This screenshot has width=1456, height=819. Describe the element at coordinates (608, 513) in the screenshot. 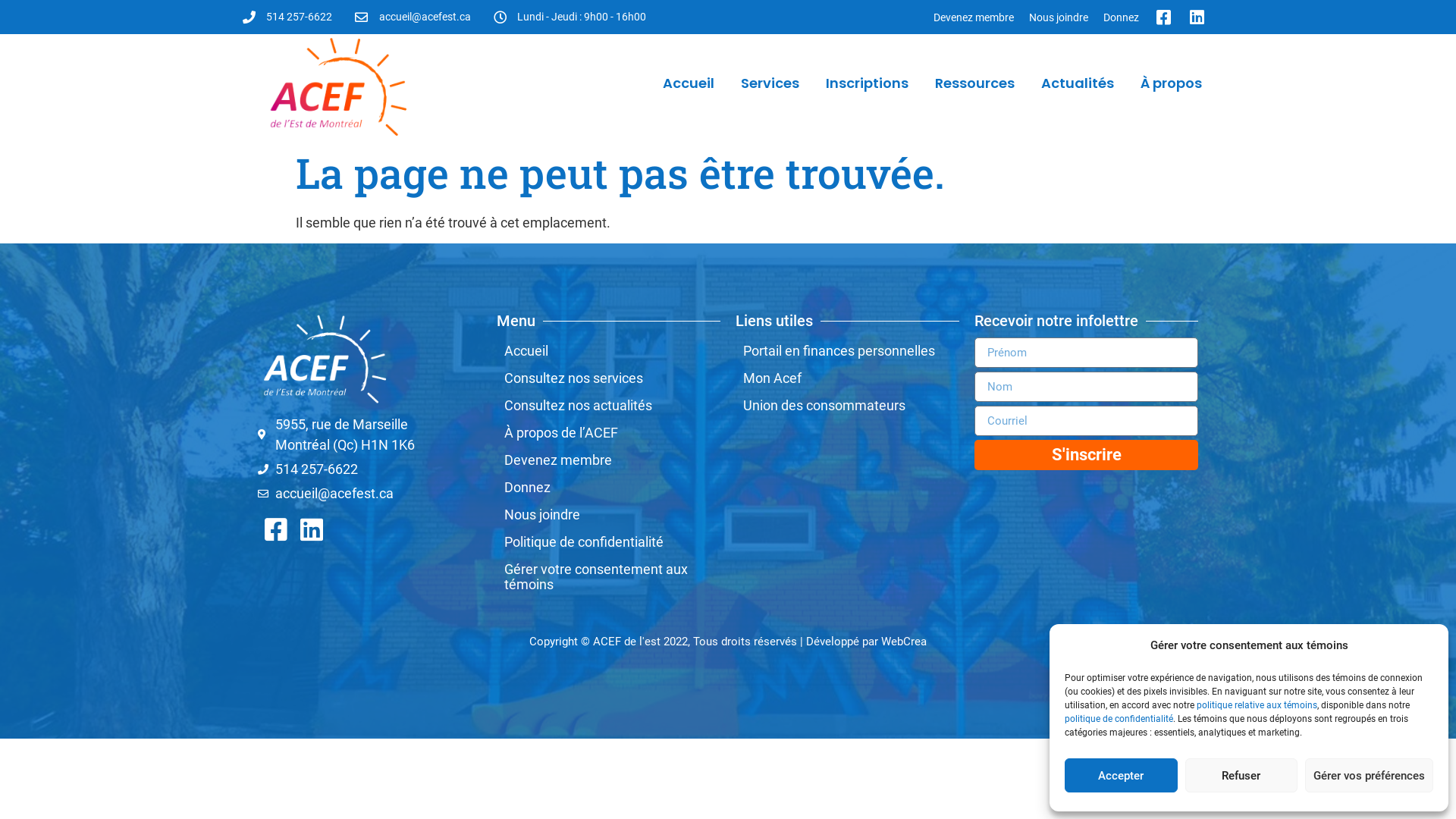

I see `'Nous joindre'` at that location.